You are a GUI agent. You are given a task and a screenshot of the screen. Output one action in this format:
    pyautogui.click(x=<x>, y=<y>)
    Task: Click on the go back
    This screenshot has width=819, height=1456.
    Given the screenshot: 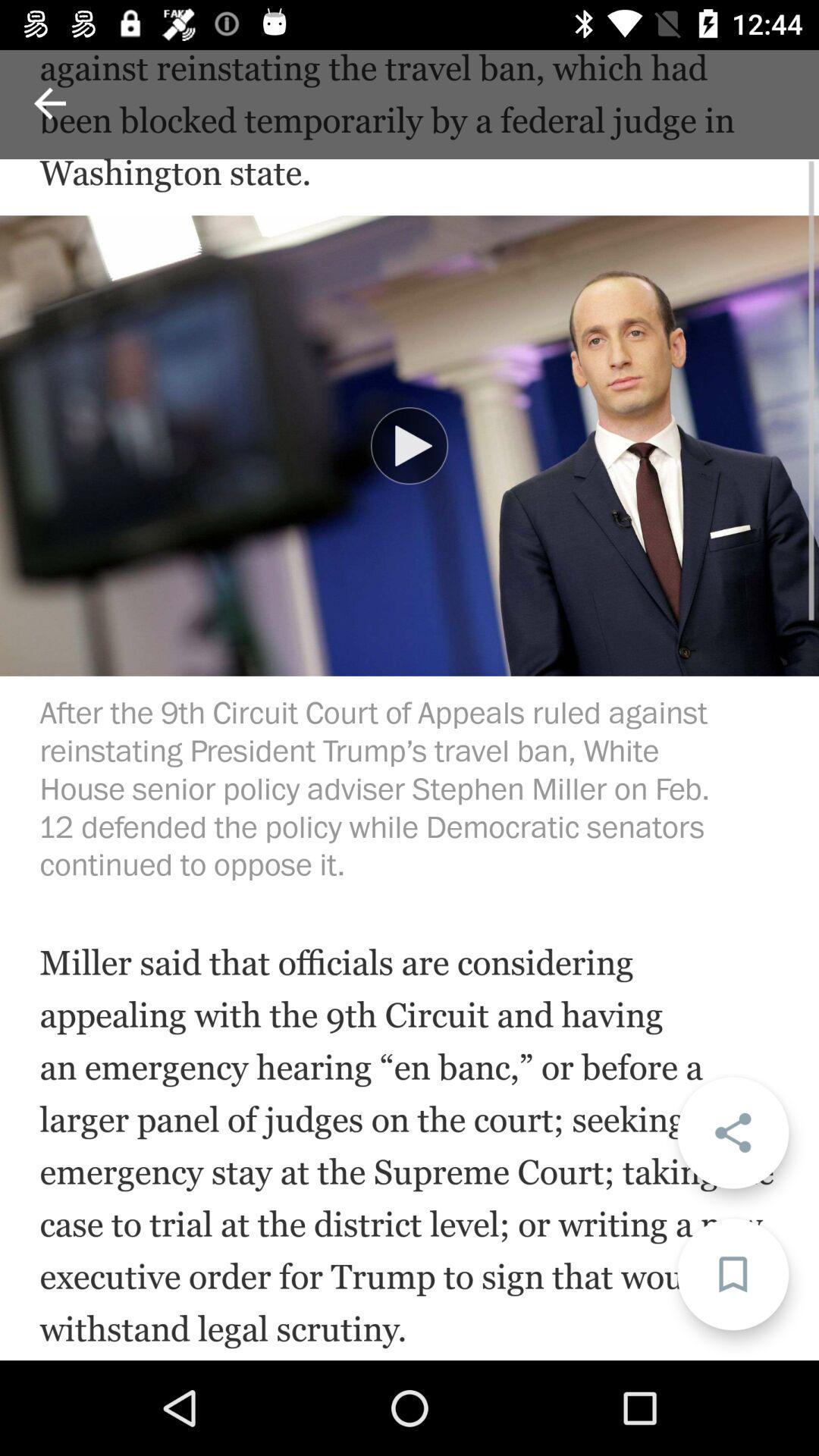 What is the action you would take?
    pyautogui.click(x=49, y=102)
    